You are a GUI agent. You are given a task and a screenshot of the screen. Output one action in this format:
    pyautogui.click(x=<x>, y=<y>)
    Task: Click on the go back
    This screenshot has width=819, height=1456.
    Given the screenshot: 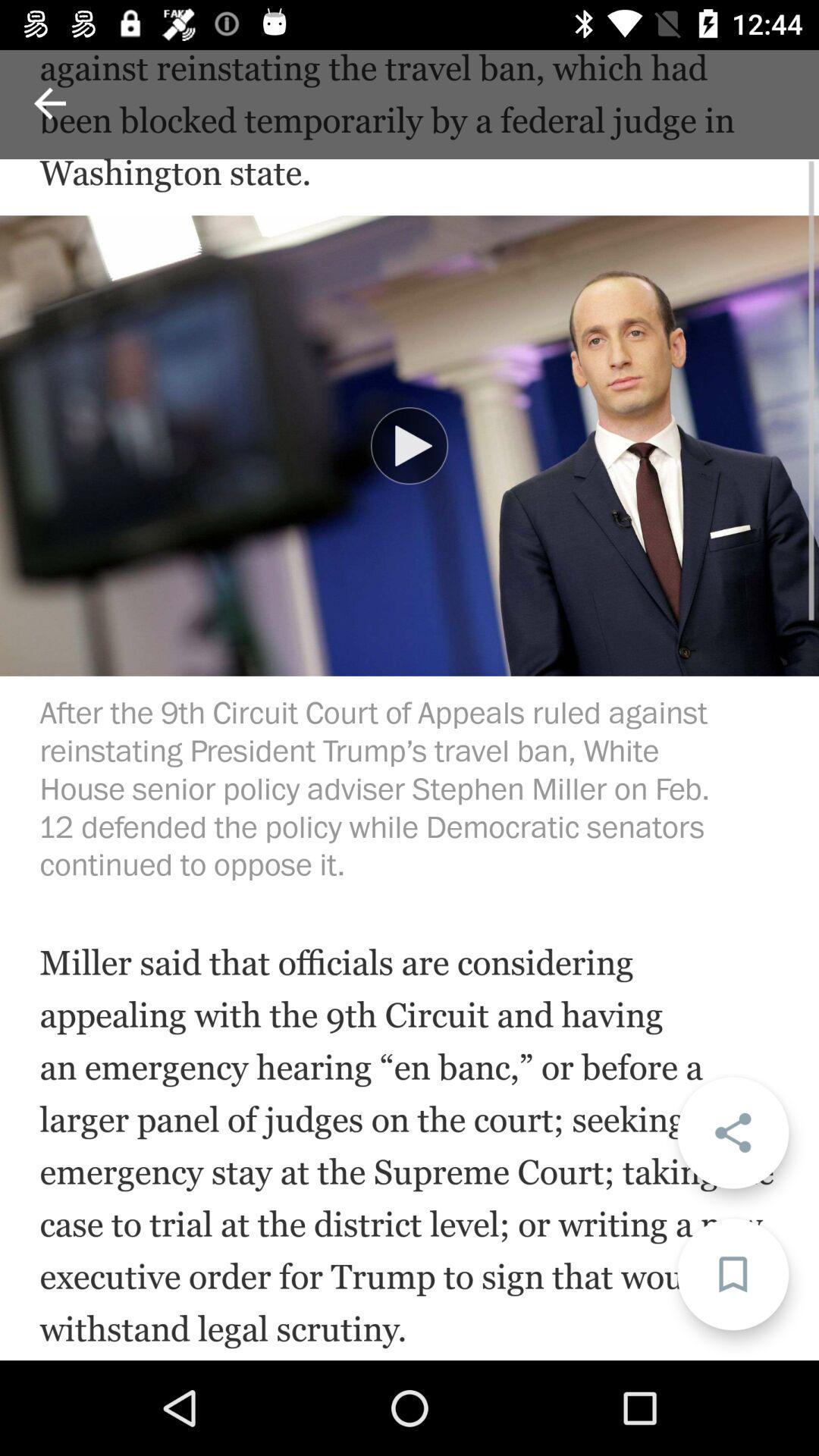 What is the action you would take?
    pyautogui.click(x=49, y=102)
    